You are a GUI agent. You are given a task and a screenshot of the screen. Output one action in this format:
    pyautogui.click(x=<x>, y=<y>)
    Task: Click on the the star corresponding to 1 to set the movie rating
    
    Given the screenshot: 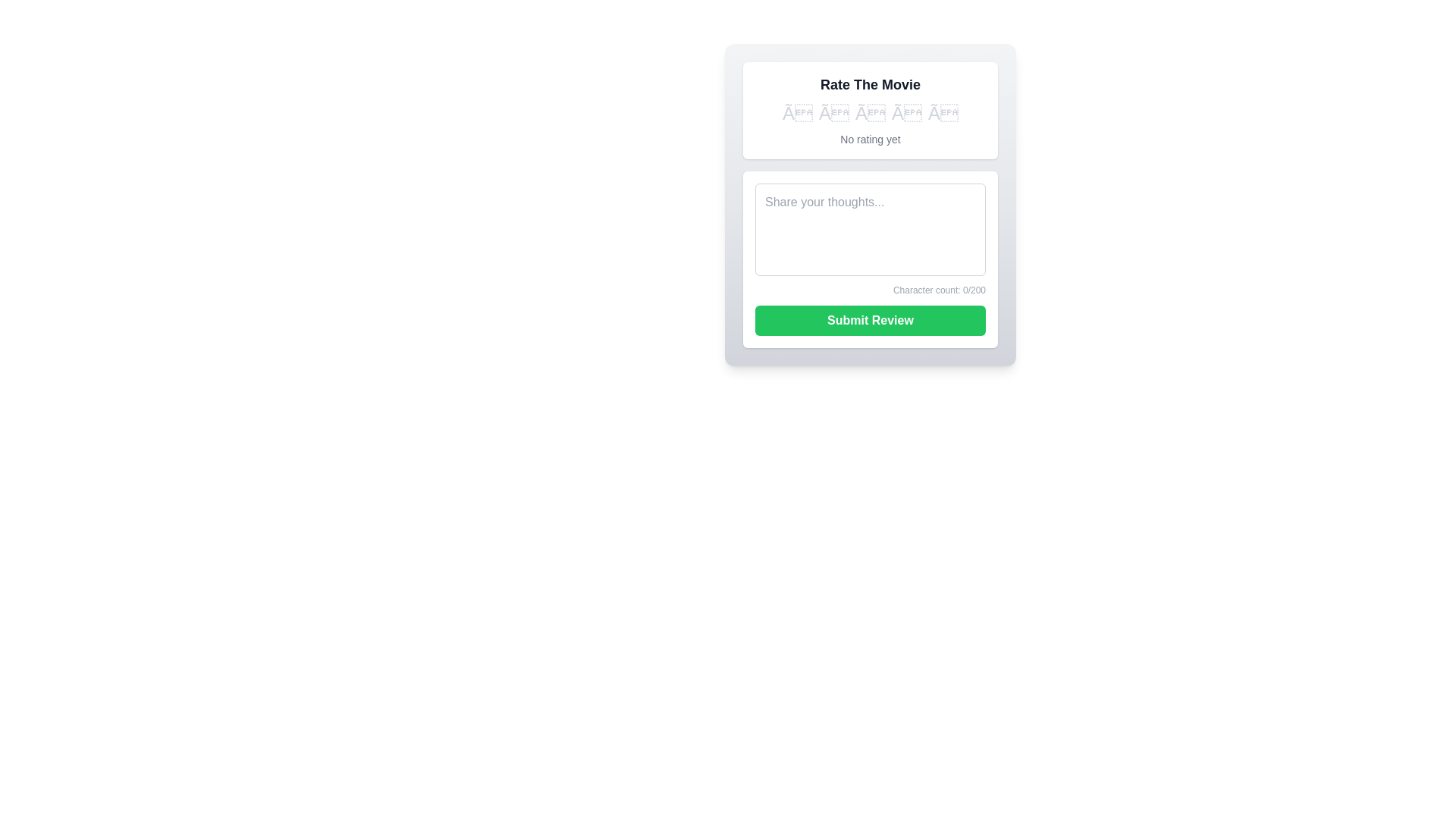 What is the action you would take?
    pyautogui.click(x=796, y=113)
    